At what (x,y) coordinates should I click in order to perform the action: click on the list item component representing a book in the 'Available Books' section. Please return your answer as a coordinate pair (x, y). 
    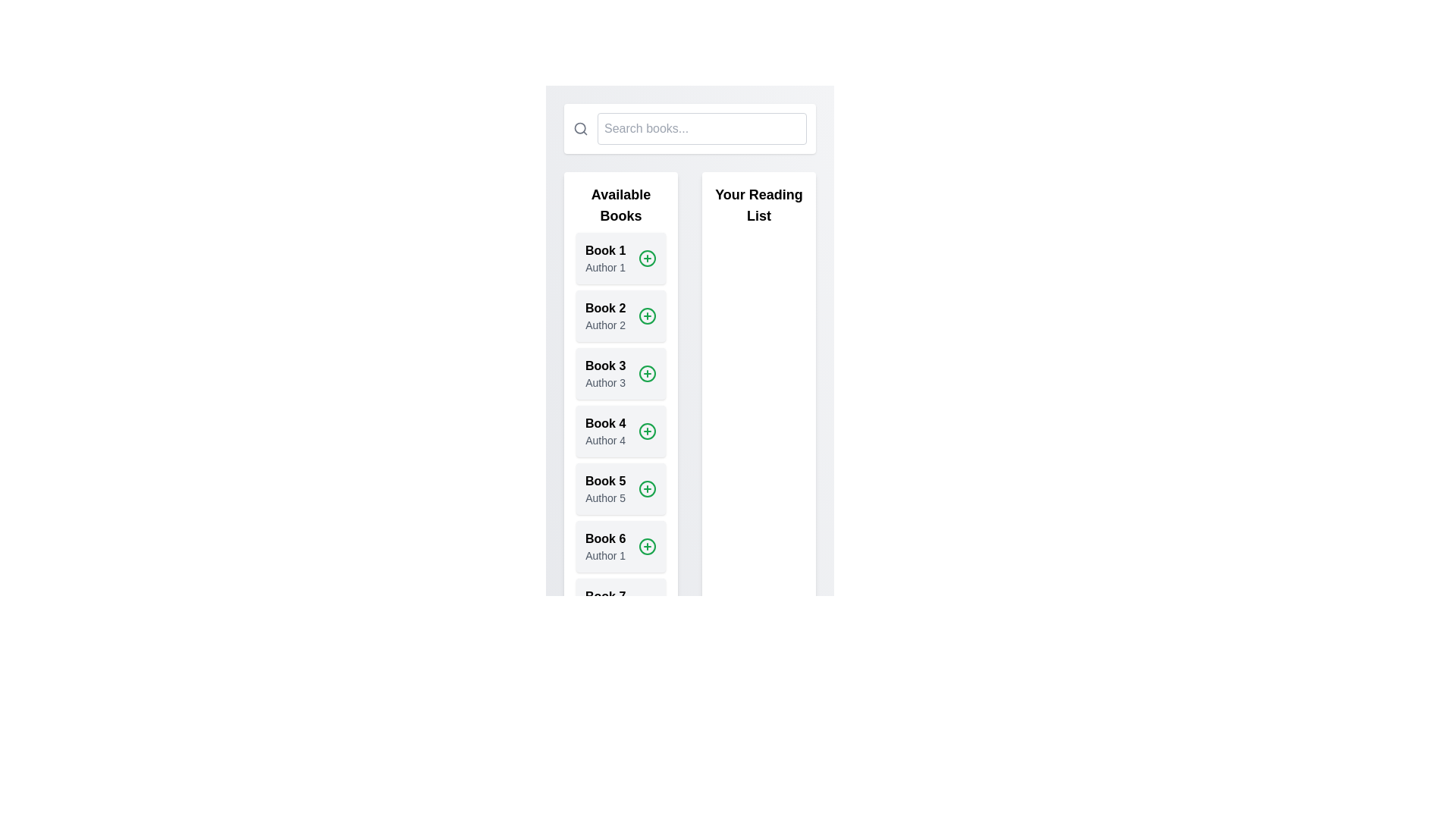
    Looking at the image, I should click on (621, 374).